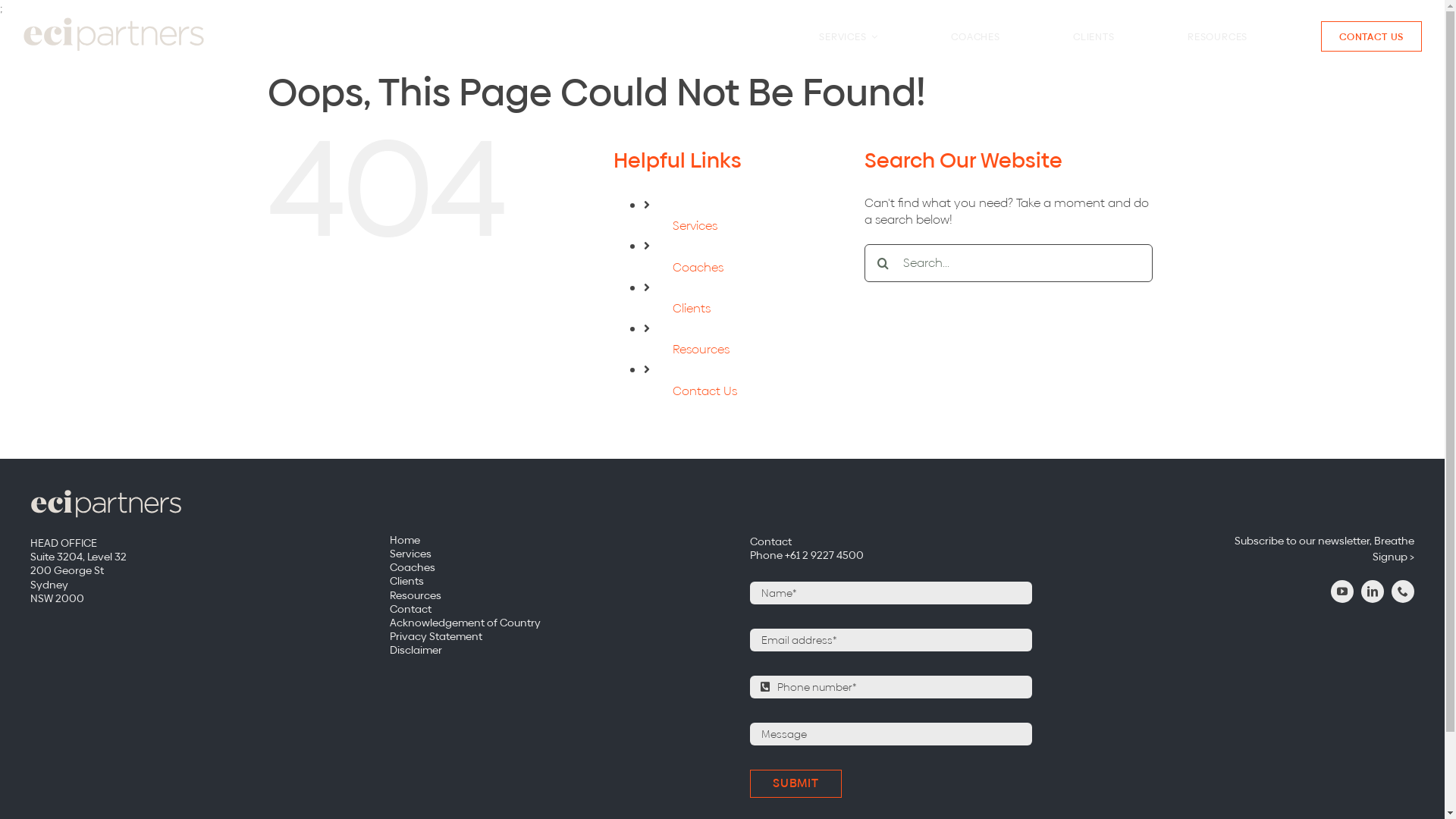  Describe the element at coordinates (749, 555) in the screenshot. I see `'Phone +61 2 9227 4500'` at that location.